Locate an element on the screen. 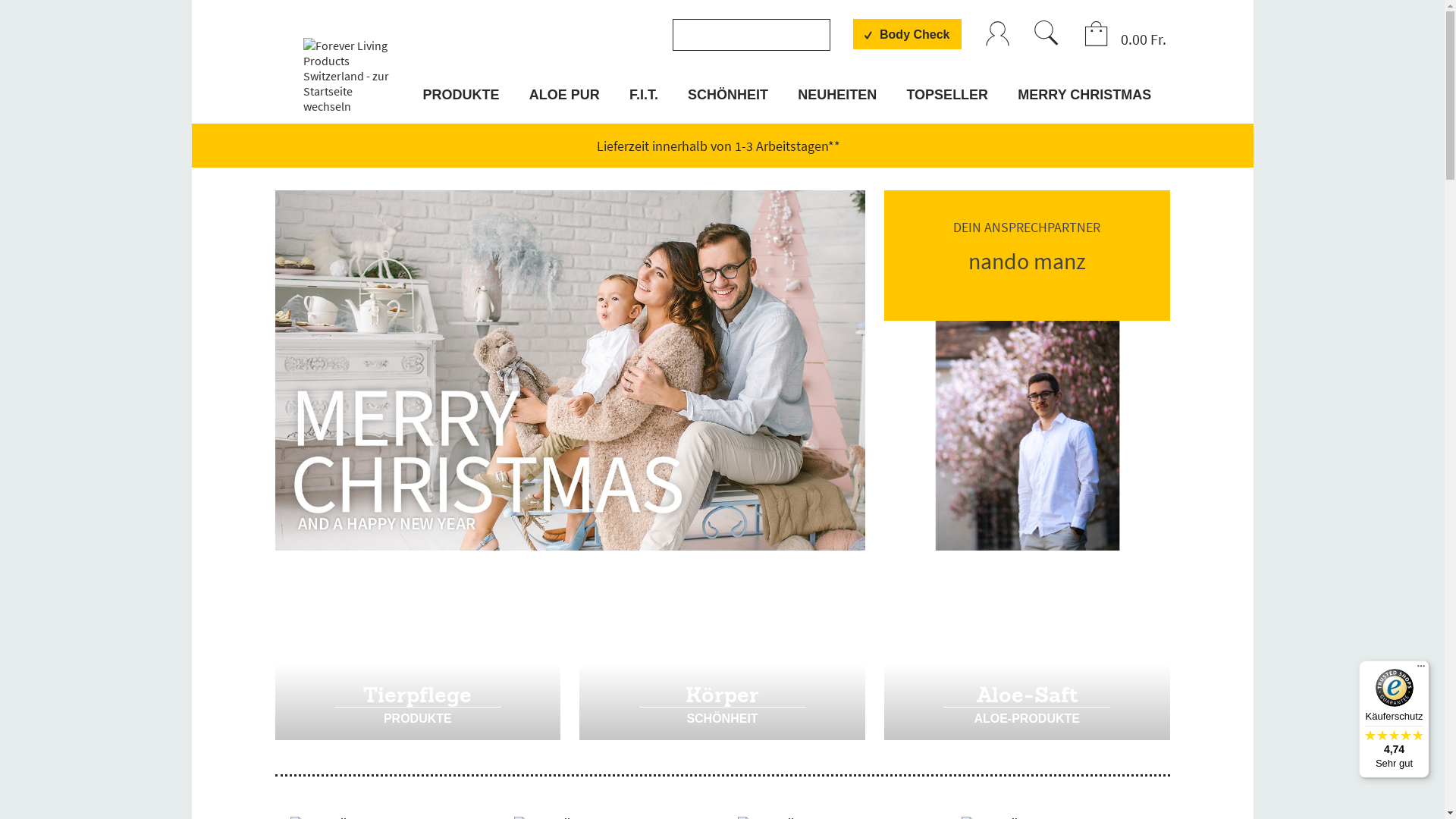  'Warenkorb' is located at coordinates (1082, 34).